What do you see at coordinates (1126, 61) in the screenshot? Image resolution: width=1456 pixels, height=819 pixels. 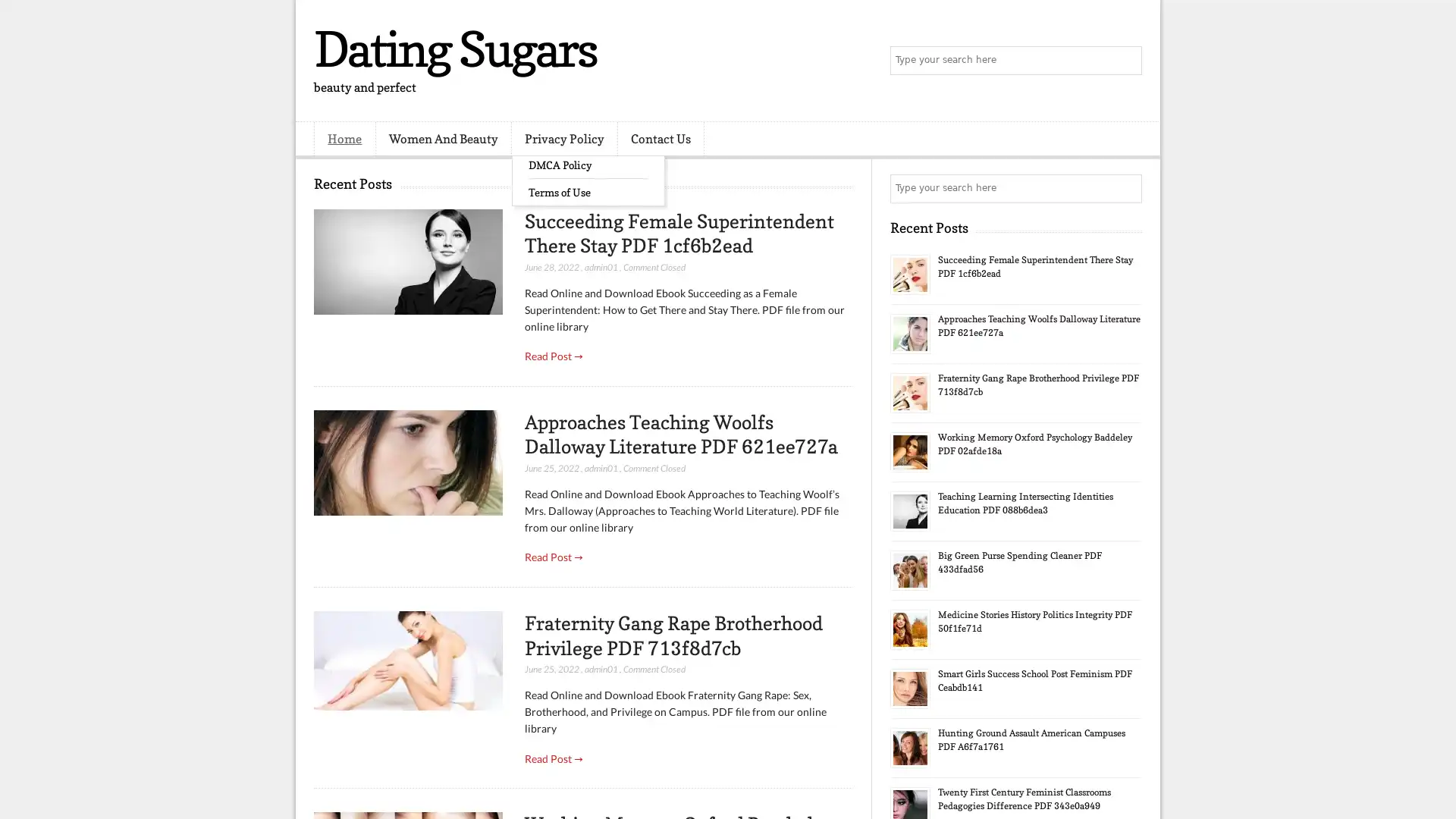 I see `Search` at bounding box center [1126, 61].